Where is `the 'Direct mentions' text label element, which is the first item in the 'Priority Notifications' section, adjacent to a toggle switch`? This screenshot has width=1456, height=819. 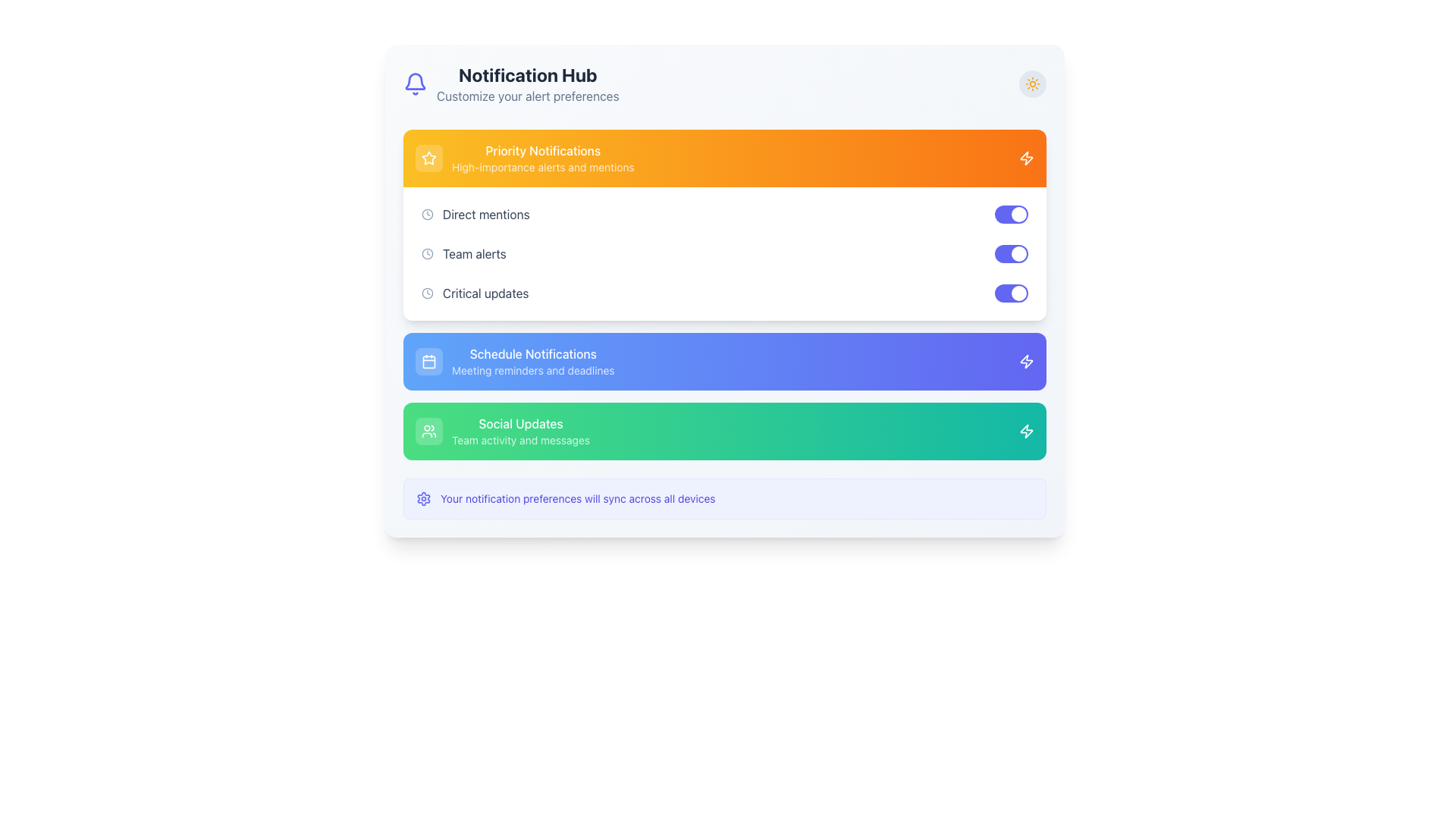
the 'Direct mentions' text label element, which is the first item in the 'Priority Notifications' section, adjacent to a toggle switch is located at coordinates (486, 214).